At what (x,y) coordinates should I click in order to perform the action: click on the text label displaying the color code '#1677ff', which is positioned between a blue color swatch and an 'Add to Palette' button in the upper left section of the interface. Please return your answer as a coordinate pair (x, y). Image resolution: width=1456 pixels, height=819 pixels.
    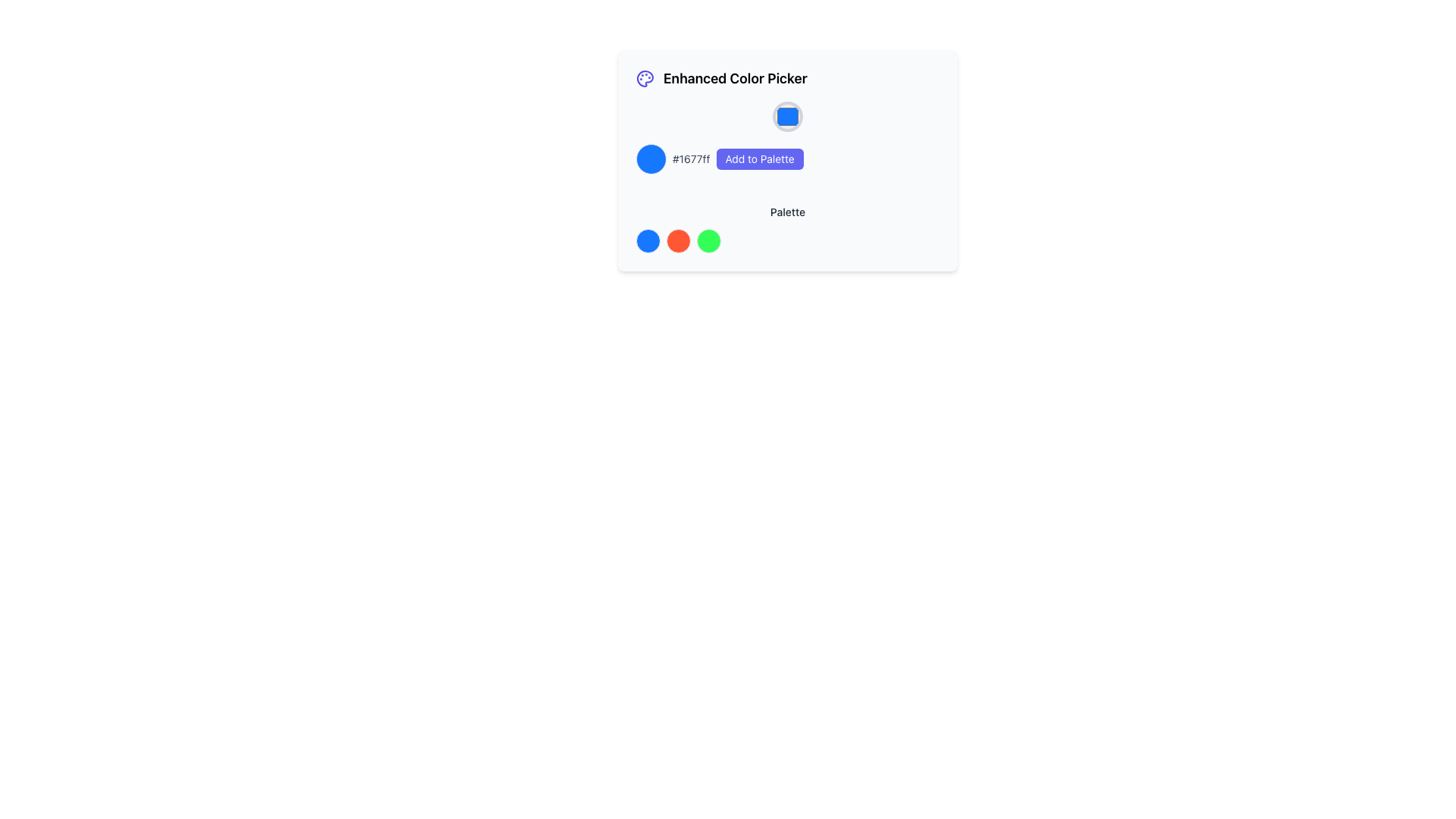
    Looking at the image, I should click on (690, 158).